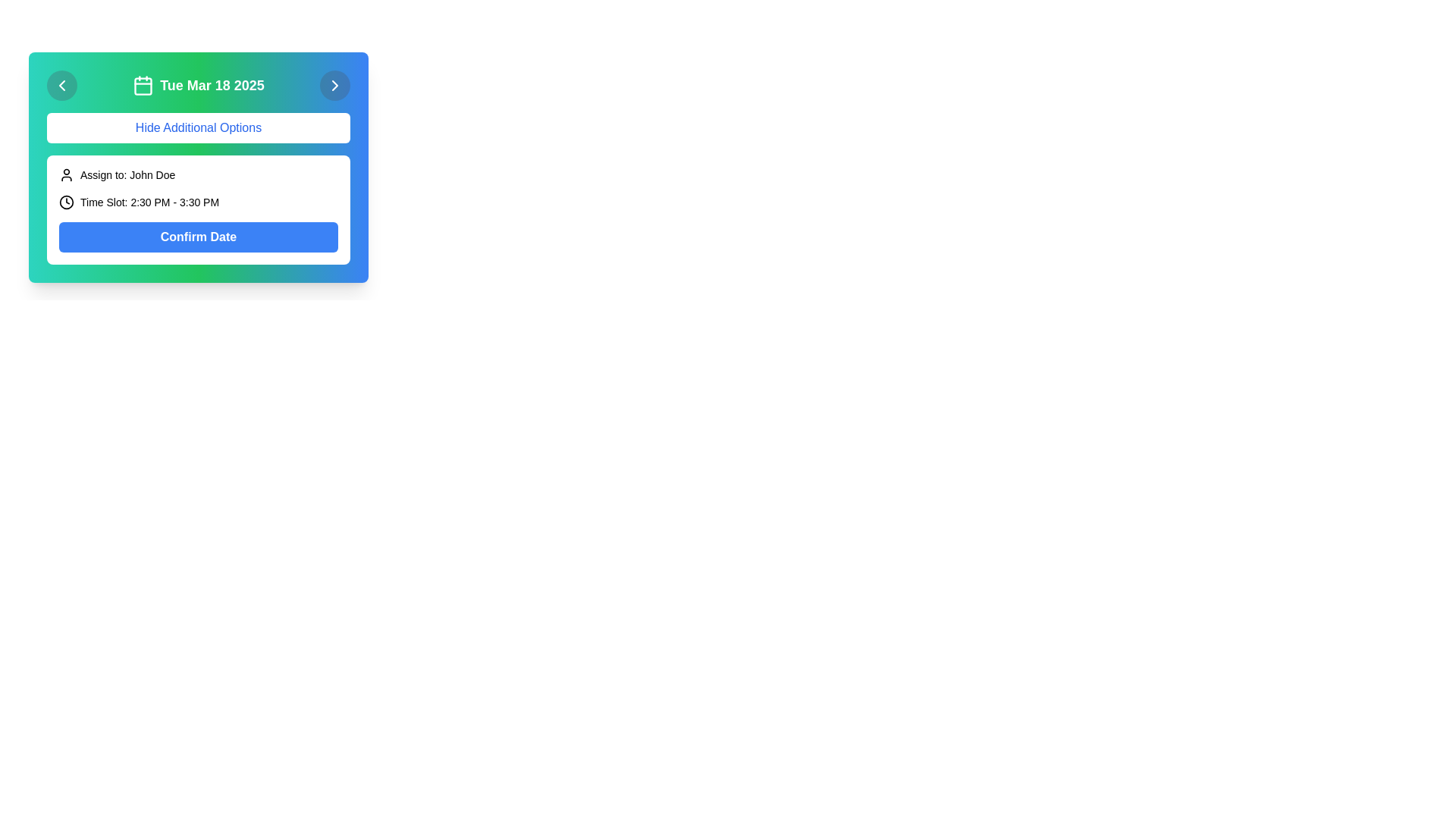 This screenshot has width=1456, height=819. What do you see at coordinates (334, 85) in the screenshot?
I see `the Button (Icon) located in the top-right corner of the visible card interface, adjacent to the date display header, which serves to navigate to the next item or view` at bounding box center [334, 85].